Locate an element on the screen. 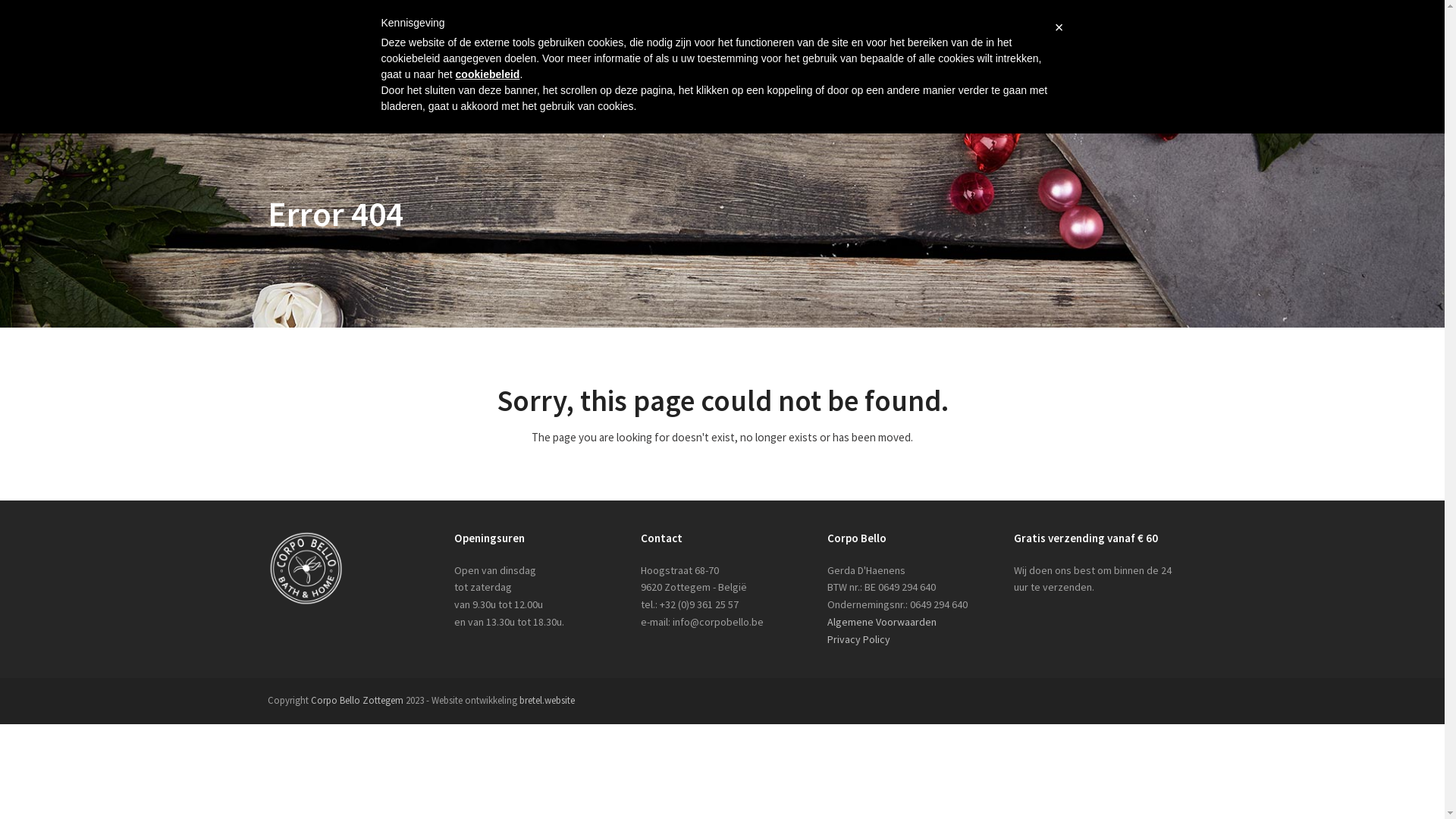  'cookiebeleid' is located at coordinates (488, 74).